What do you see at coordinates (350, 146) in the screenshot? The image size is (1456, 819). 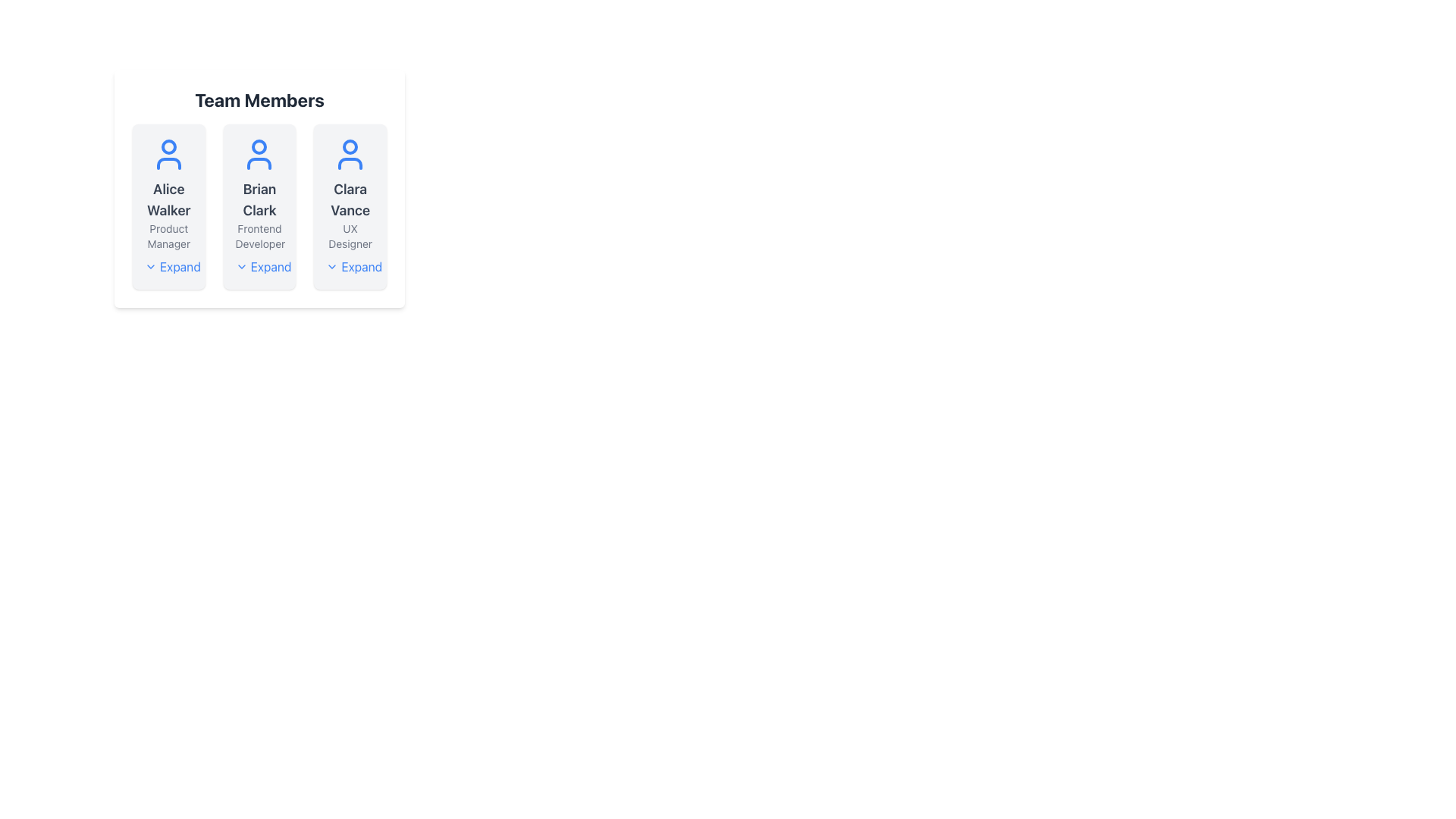 I see `the circular decorative element above the avatar of 'Clara Vance' in the user card, which is located at the top section of the icon representing a person` at bounding box center [350, 146].